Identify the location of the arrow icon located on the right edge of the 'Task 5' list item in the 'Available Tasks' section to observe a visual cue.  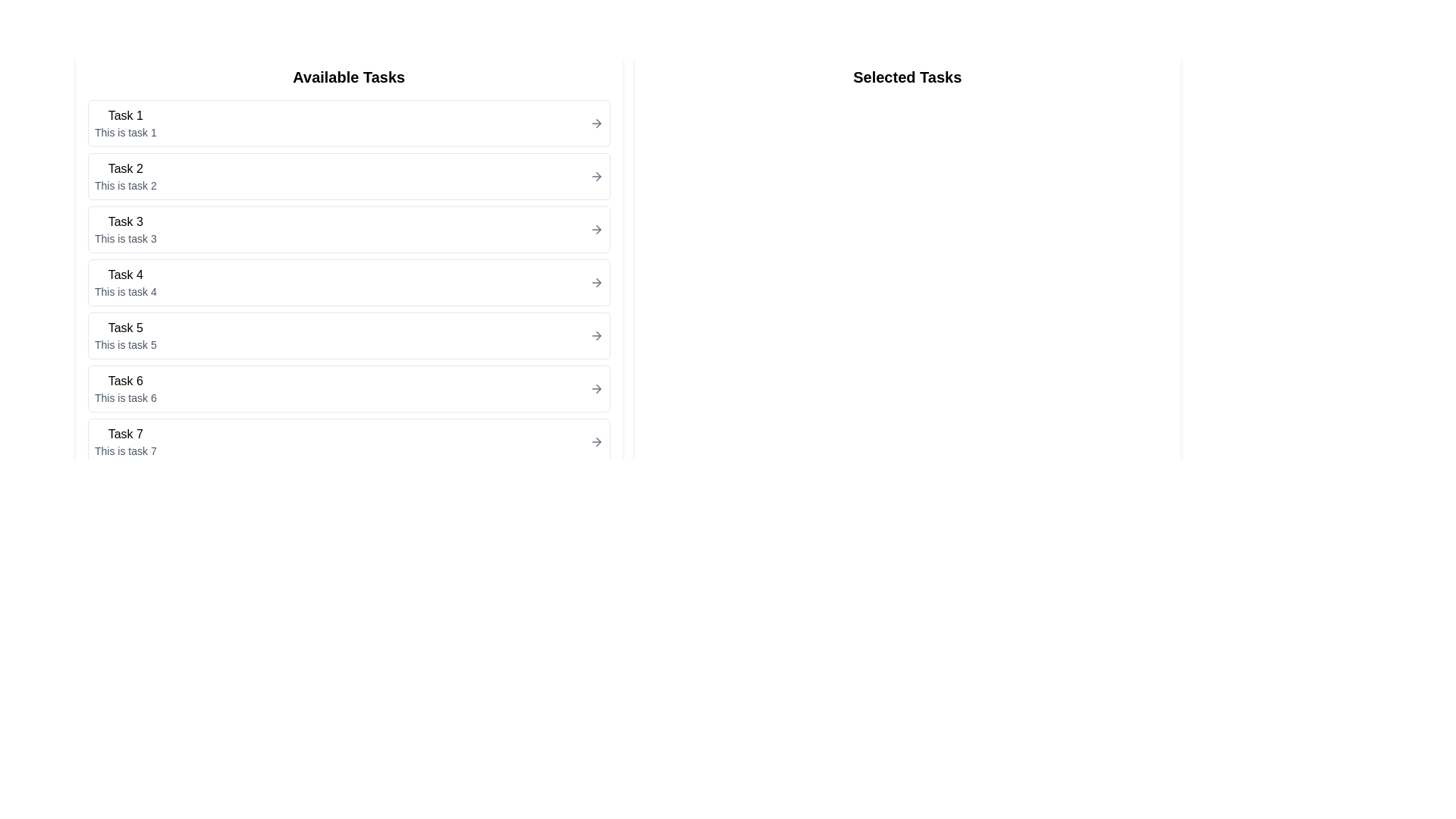
(595, 335).